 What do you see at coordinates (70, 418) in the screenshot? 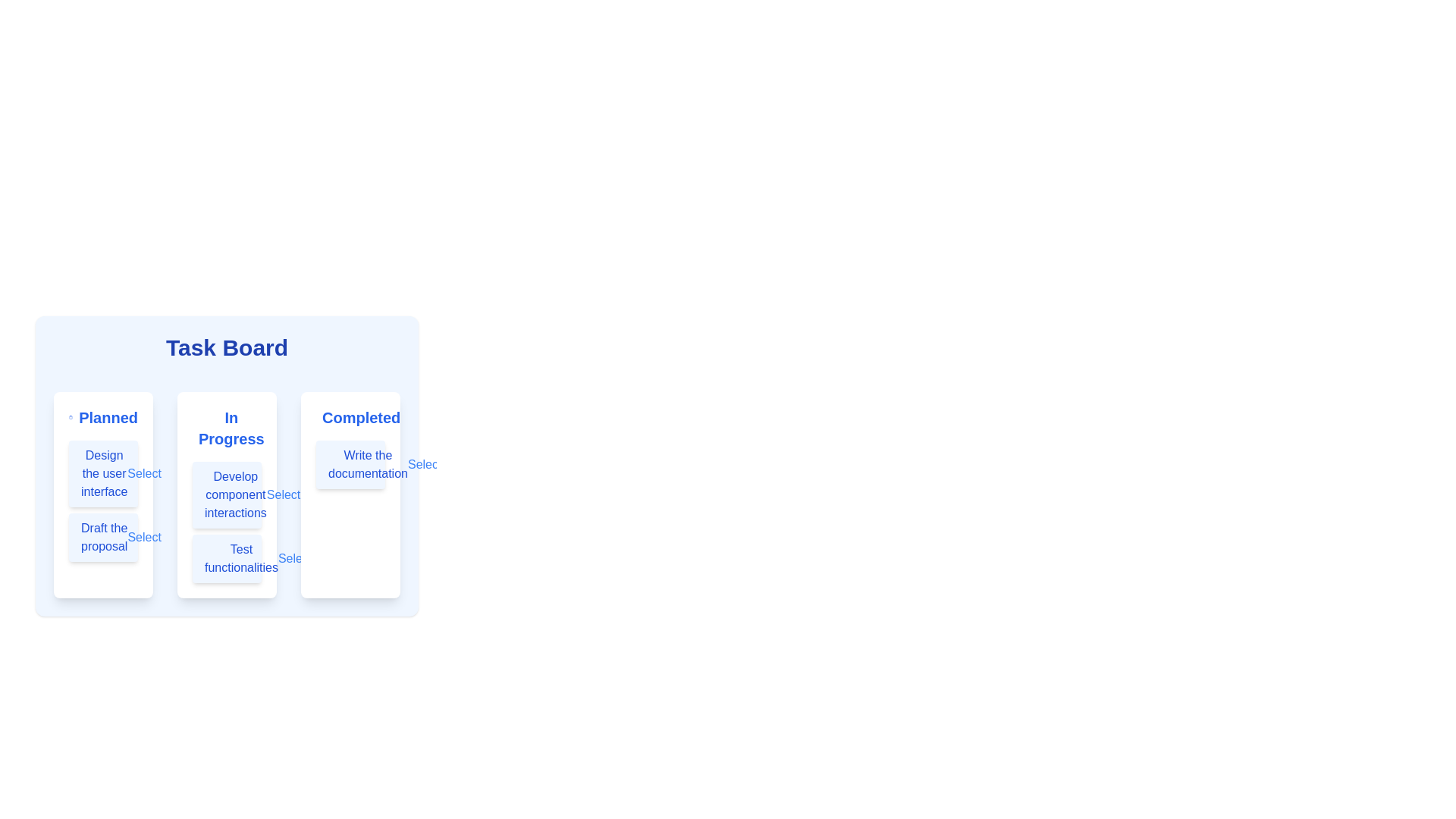
I see `the clipboard icon located to the left of the text 'Planned' in the header section of the card layout` at bounding box center [70, 418].